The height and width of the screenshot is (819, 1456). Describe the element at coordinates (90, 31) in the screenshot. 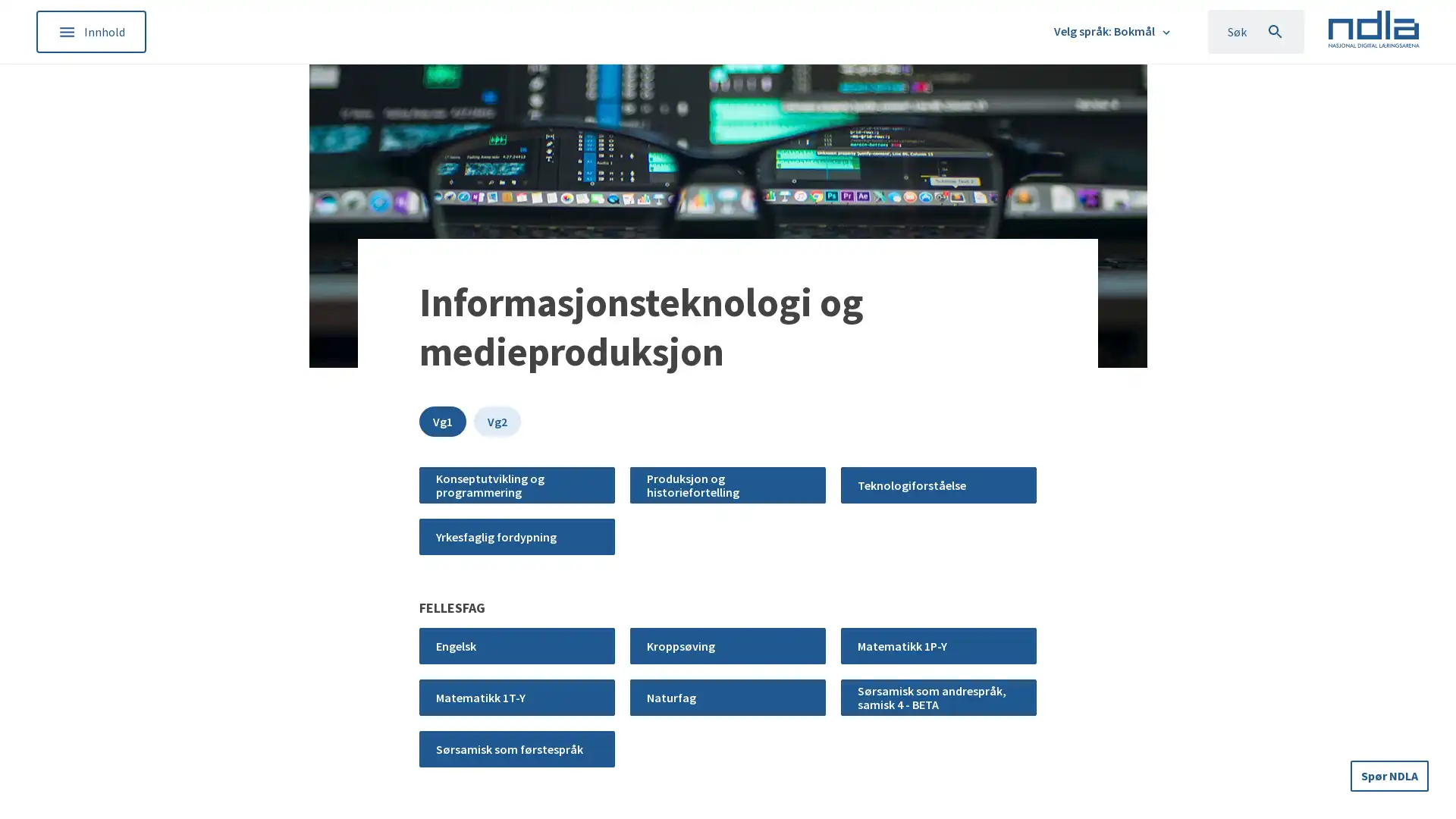

I see `Innhold` at that location.